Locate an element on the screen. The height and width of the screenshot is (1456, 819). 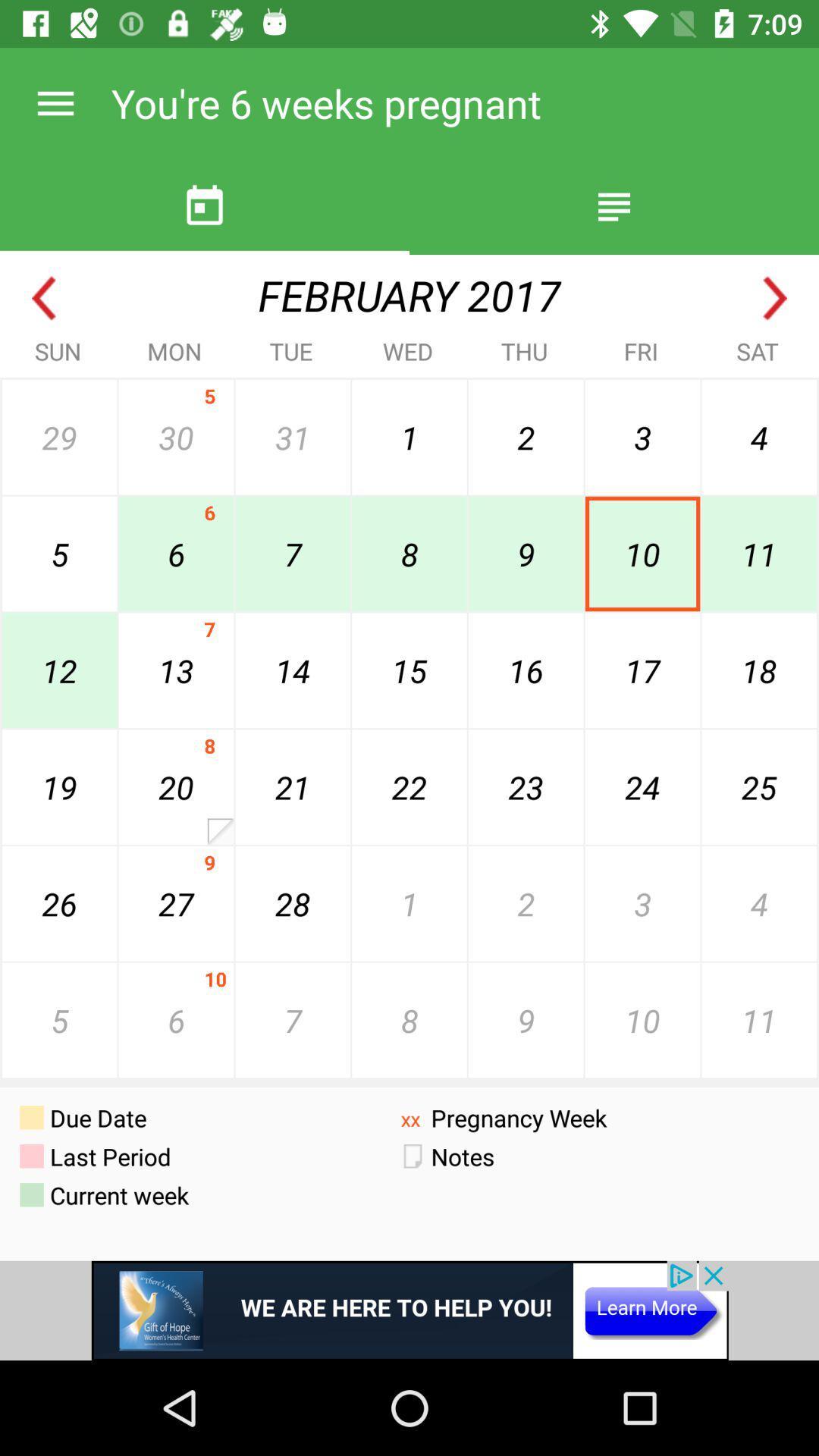
open advertisement is located at coordinates (409, 1310).